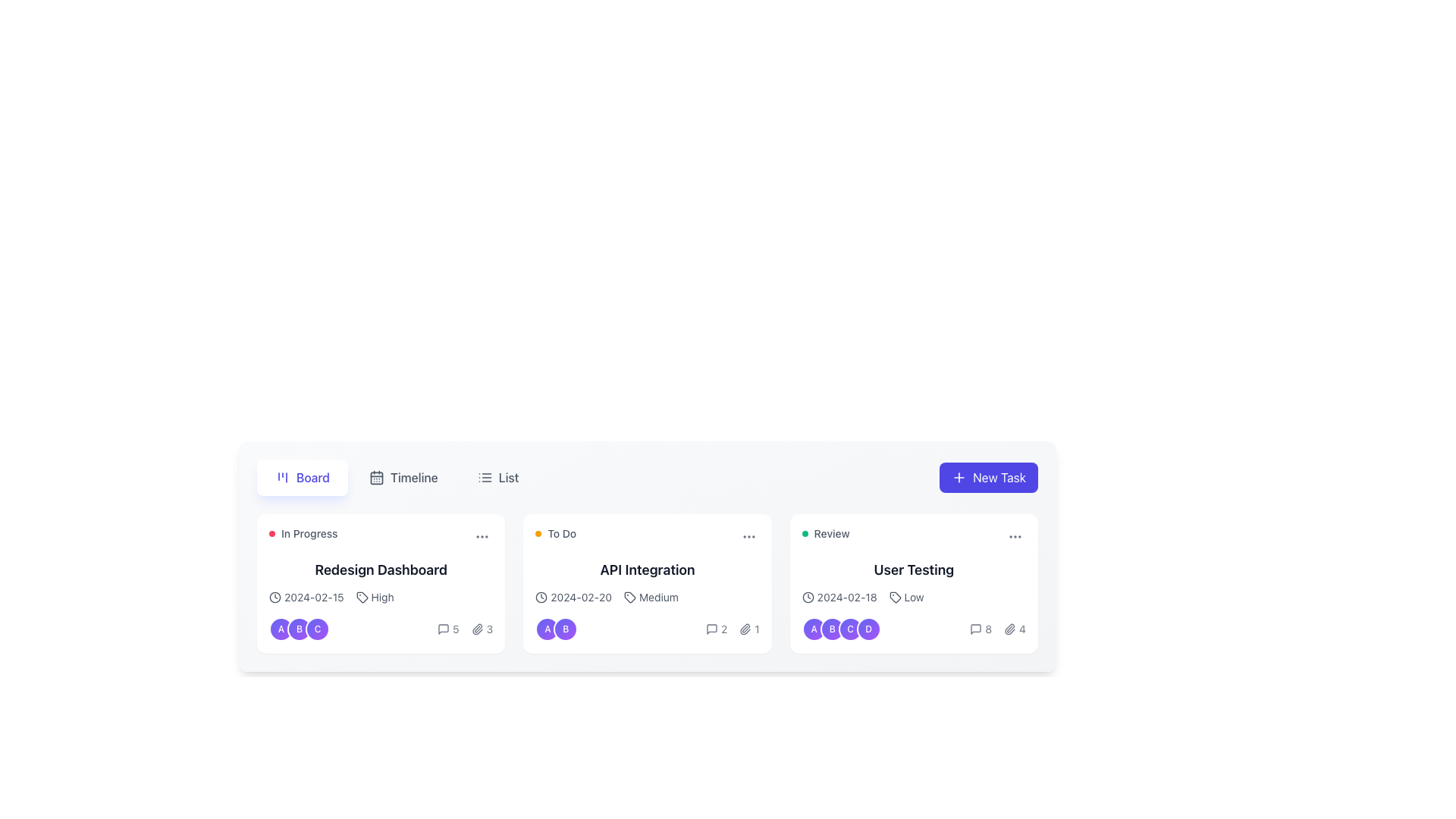 The image size is (1456, 819). Describe the element at coordinates (648, 629) in the screenshot. I see `displayed data of the Composite information display located in the second column of the task board, within the card titled 'API Integration', near the bottom of the card` at that location.